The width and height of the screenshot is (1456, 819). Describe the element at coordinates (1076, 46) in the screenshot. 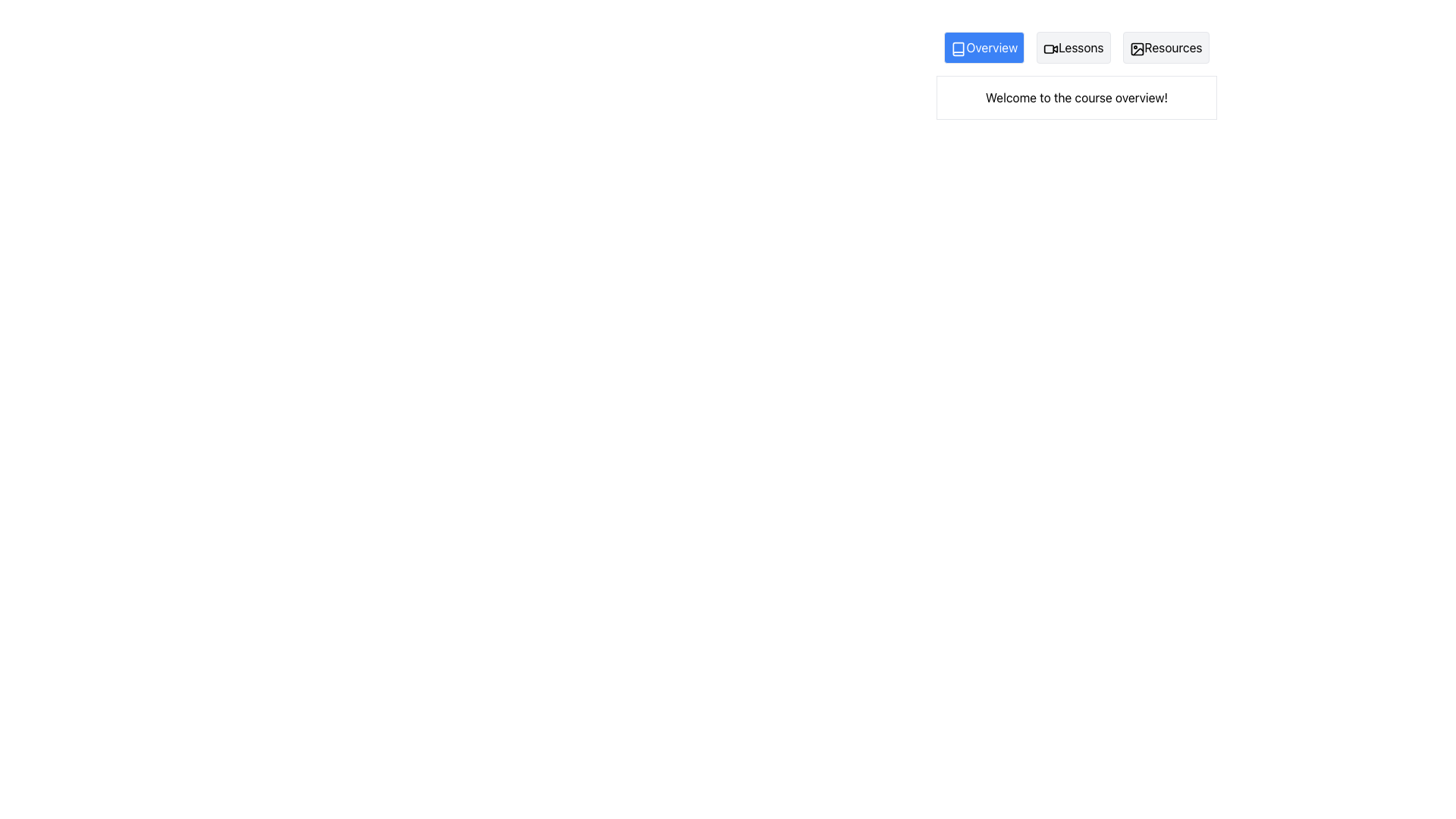

I see `the 'Lessons' button, which is the middle button in a row of three labeled 'Overview', 'Lessons', and 'Resources'` at that location.